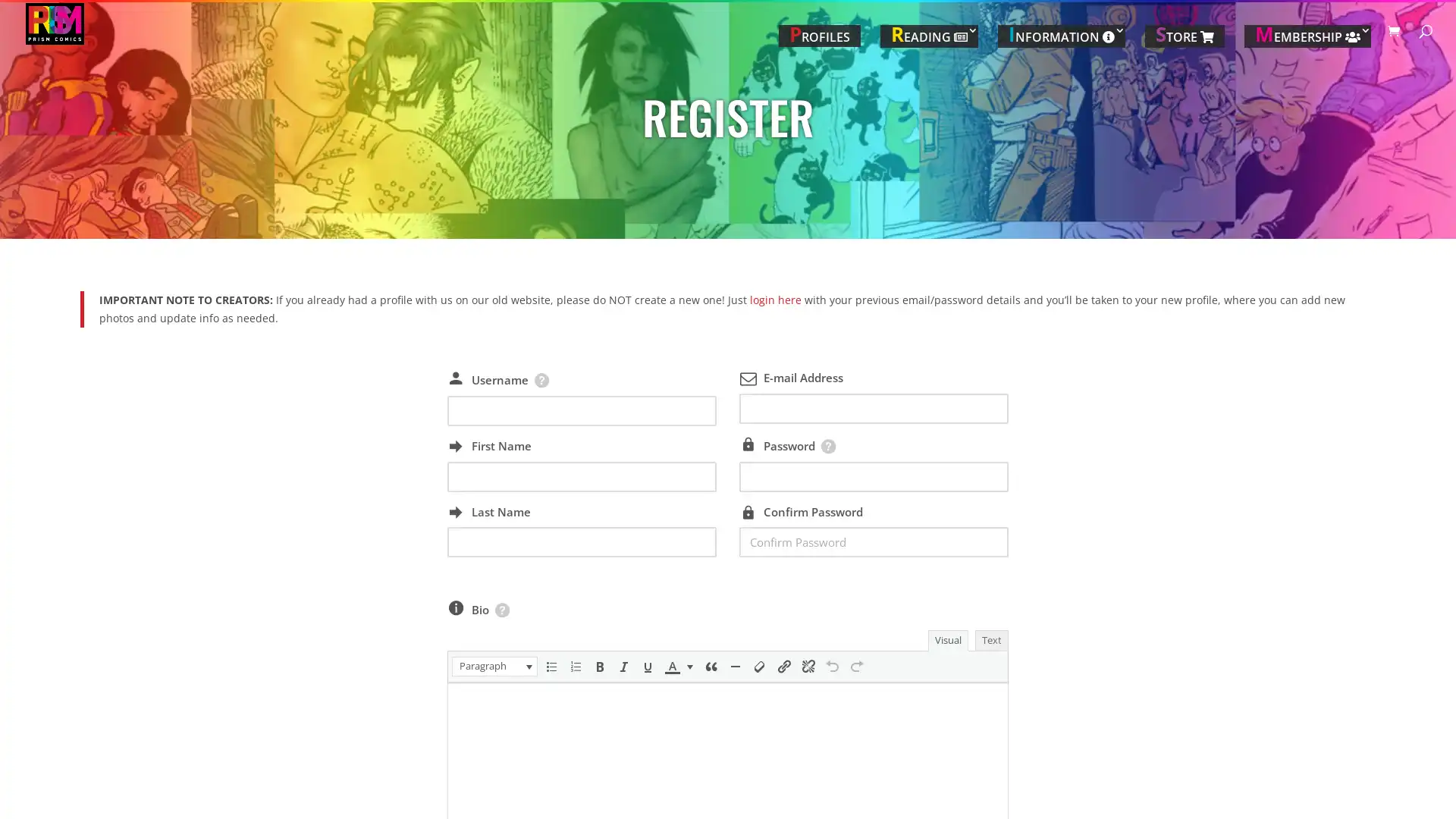  I want to click on Text, so click(990, 640).